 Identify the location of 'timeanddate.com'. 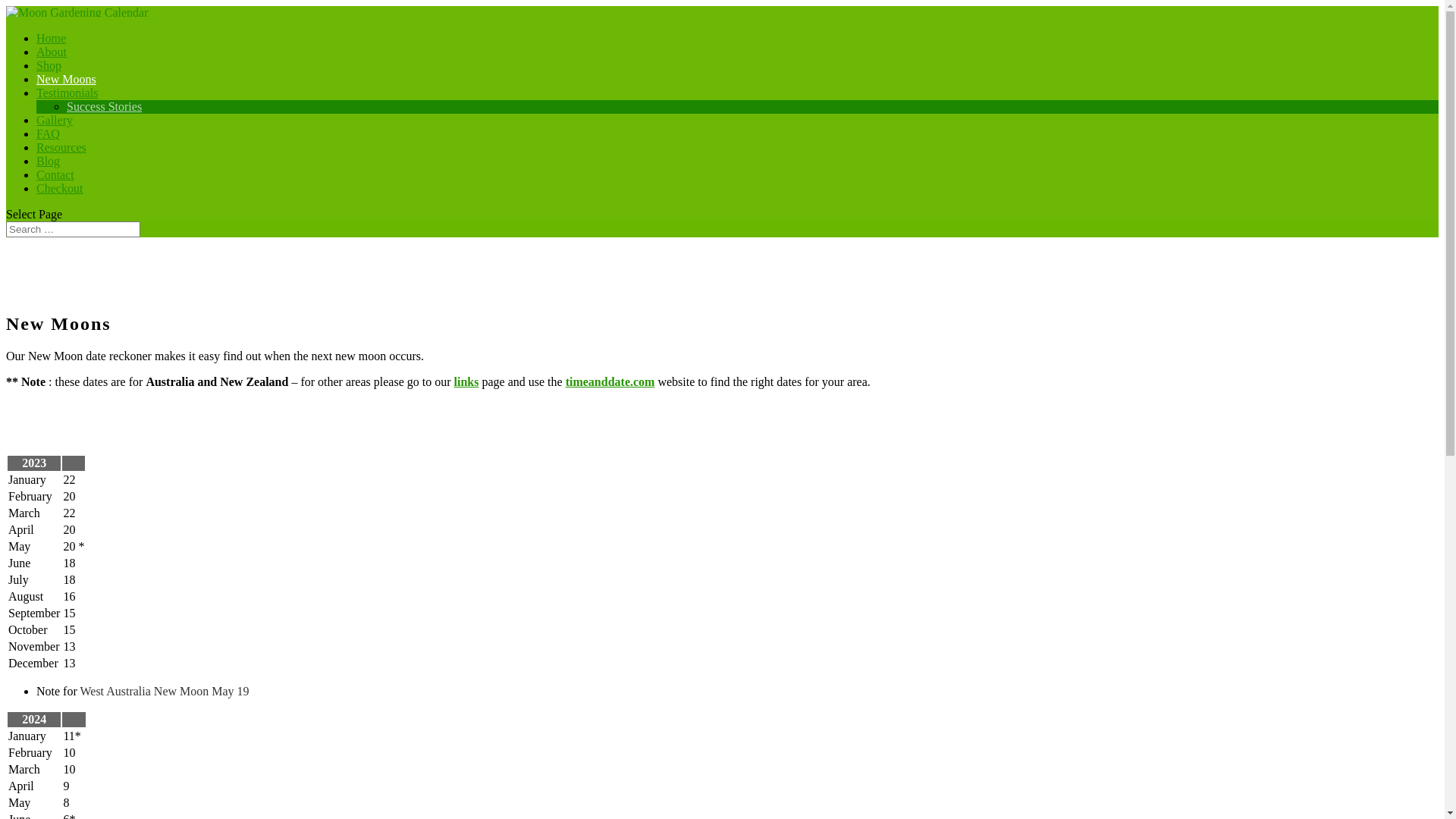
(564, 381).